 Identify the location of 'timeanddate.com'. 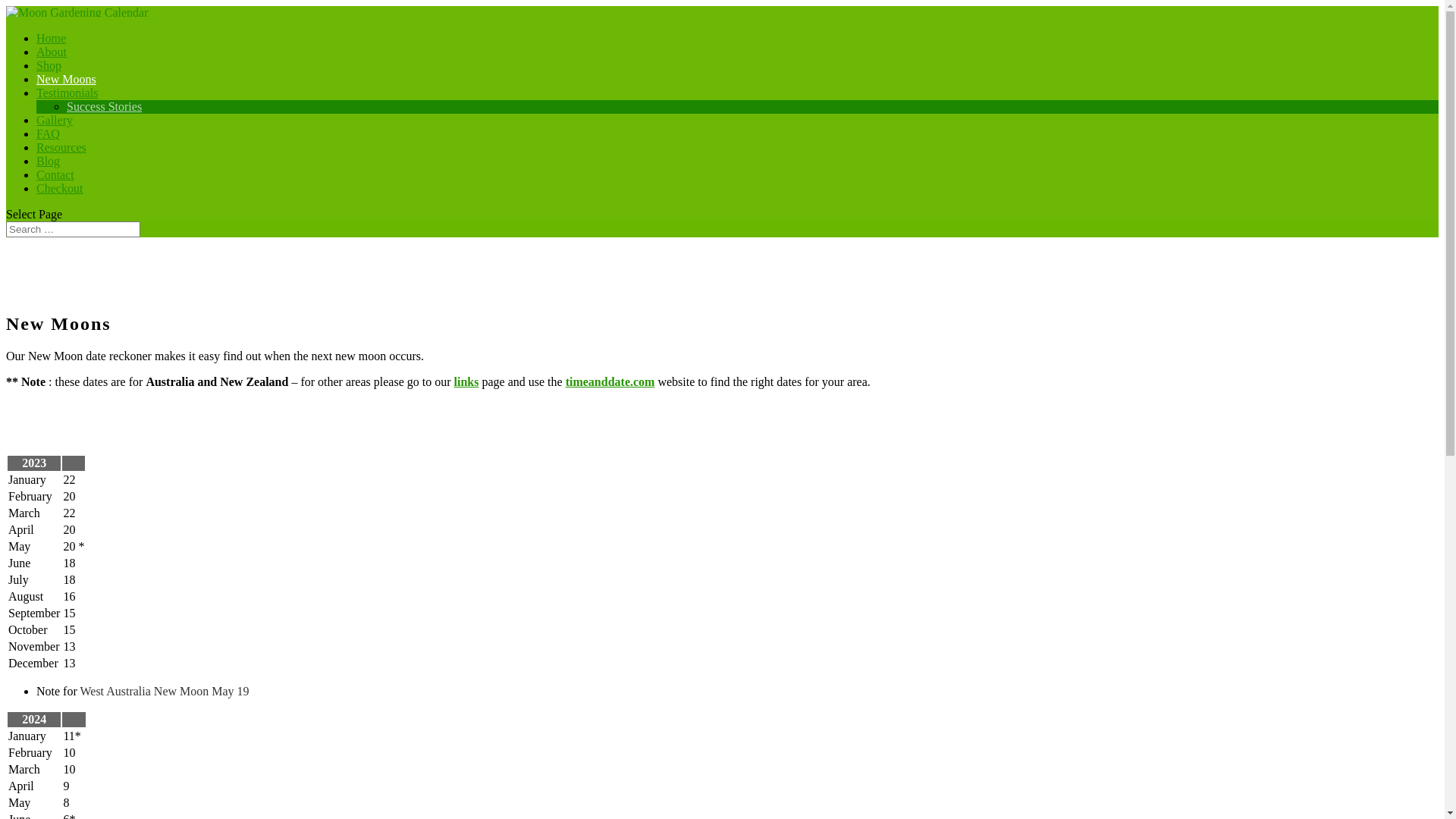
(564, 381).